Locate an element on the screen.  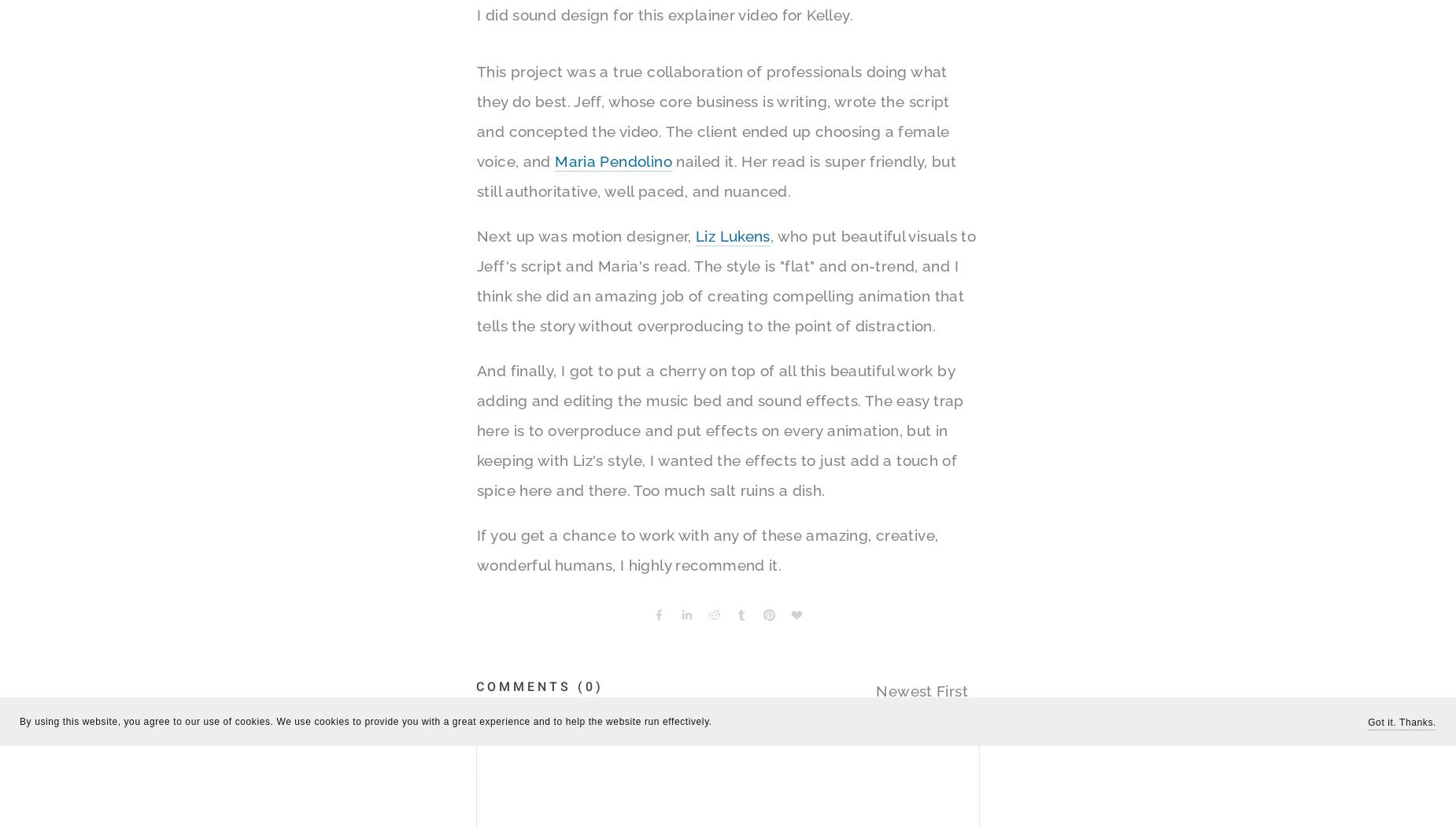
', who put beautiful visuals to Jeff's script and Maria's read. The style is "flat" and on-trend, and I think she did an amazing job of creating compelling animation that tells the story without overproducing to the point of distraction.' is located at coordinates (726, 281).